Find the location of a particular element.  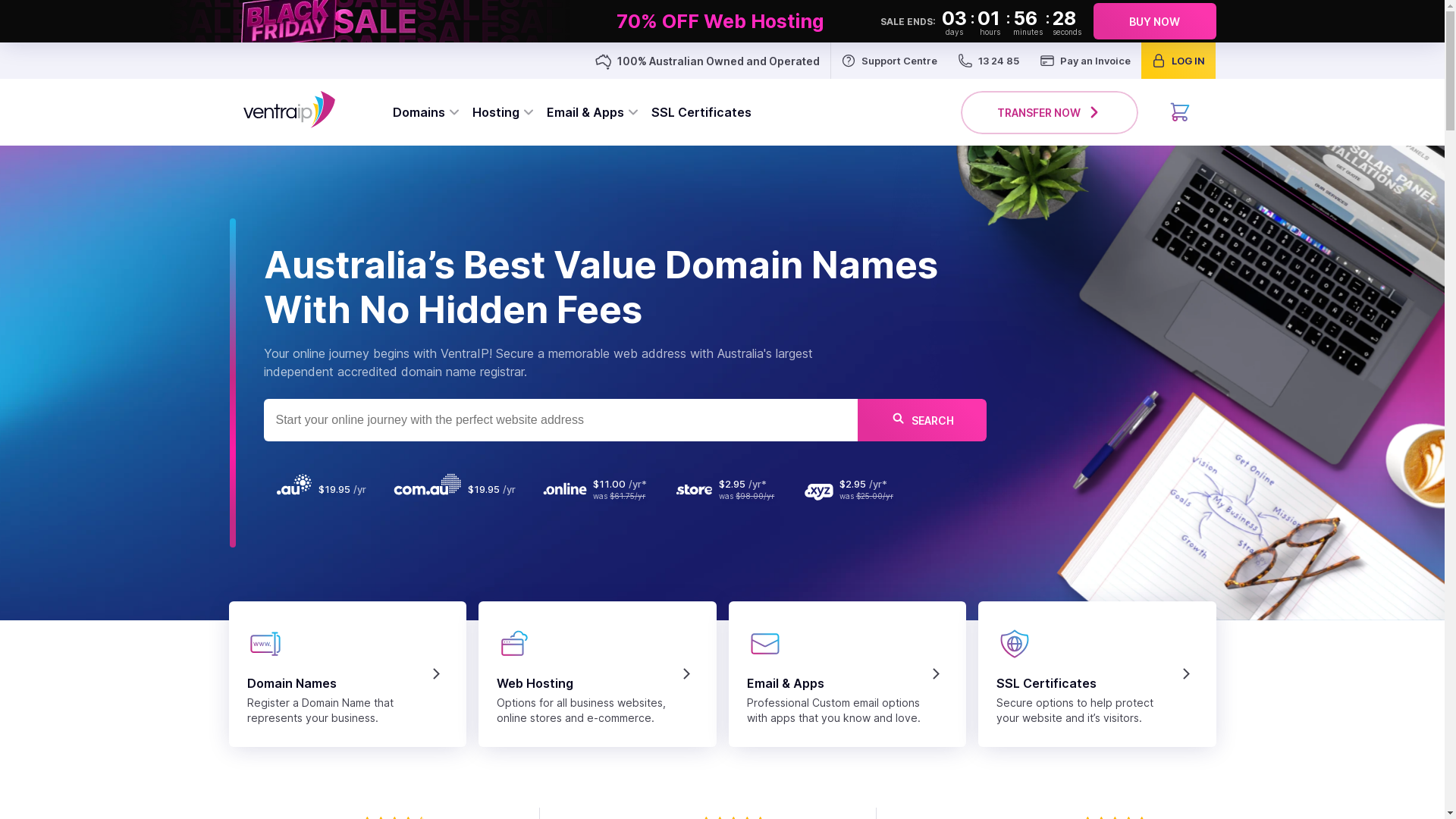

'TRANSFER NOW' is located at coordinates (1048, 111).